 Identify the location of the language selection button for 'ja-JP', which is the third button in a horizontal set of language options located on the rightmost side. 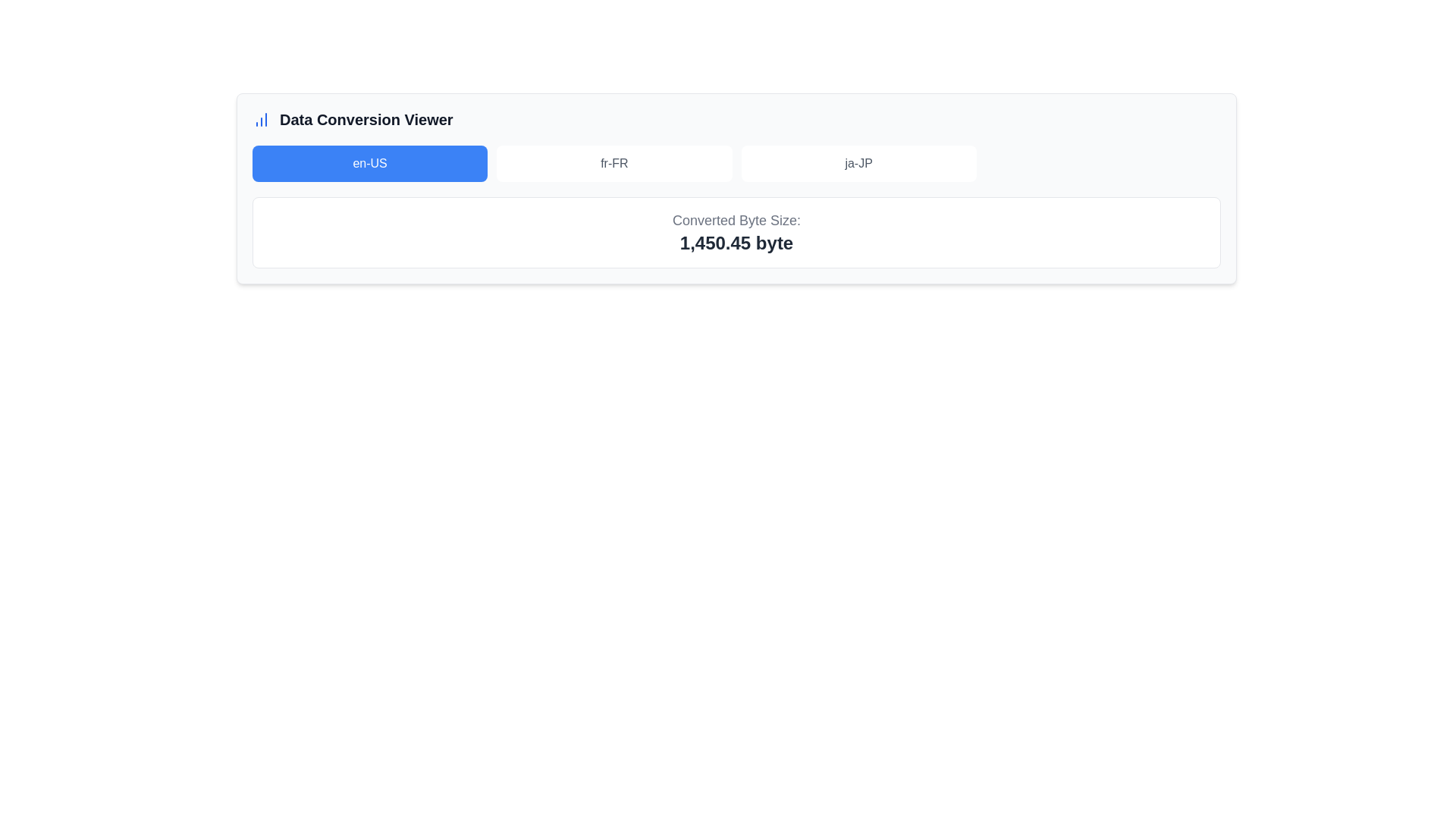
(858, 164).